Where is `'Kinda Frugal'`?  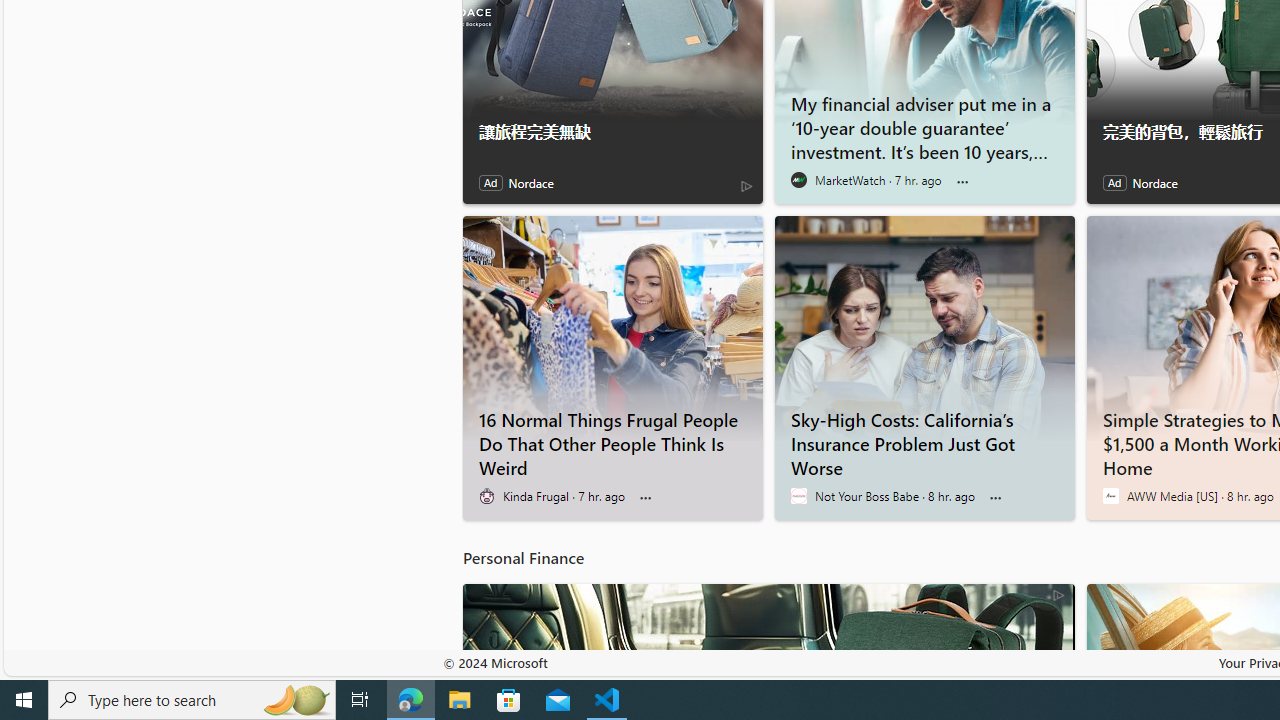 'Kinda Frugal' is located at coordinates (486, 495).